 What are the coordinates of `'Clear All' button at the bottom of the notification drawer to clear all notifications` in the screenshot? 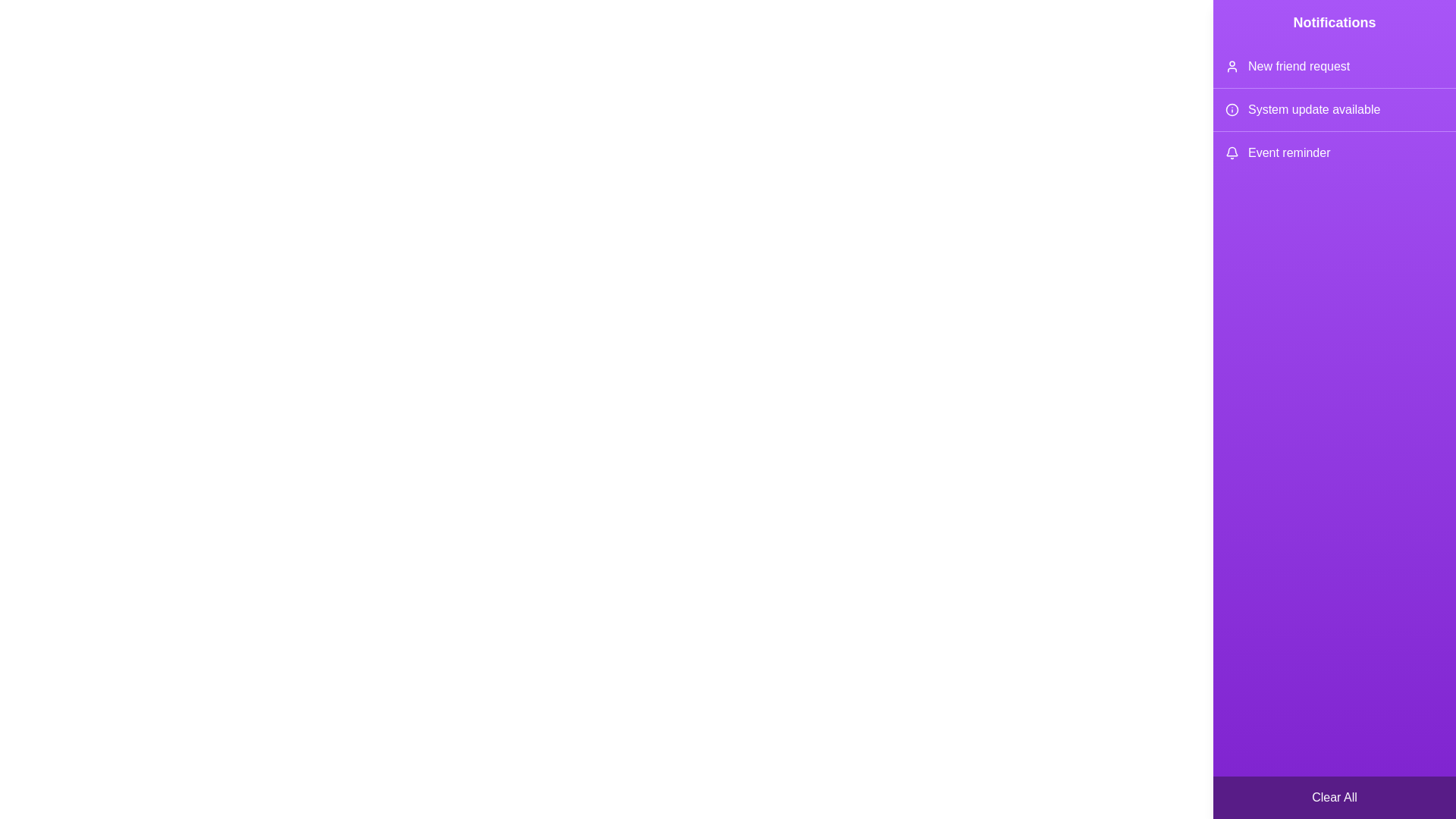 It's located at (1335, 797).